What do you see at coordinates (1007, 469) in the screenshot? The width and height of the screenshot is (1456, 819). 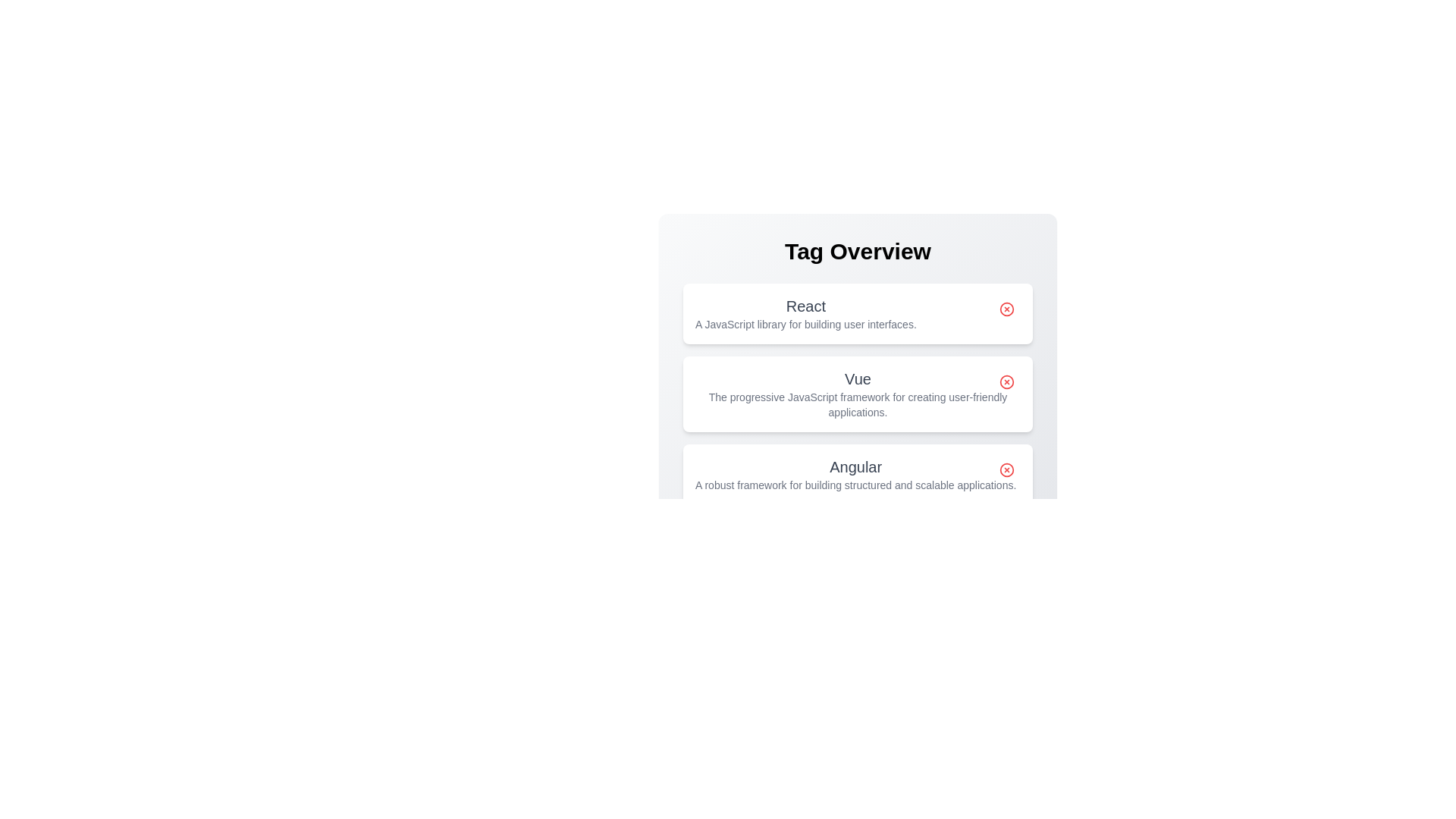 I see `close button on the tag labeled Angular` at bounding box center [1007, 469].